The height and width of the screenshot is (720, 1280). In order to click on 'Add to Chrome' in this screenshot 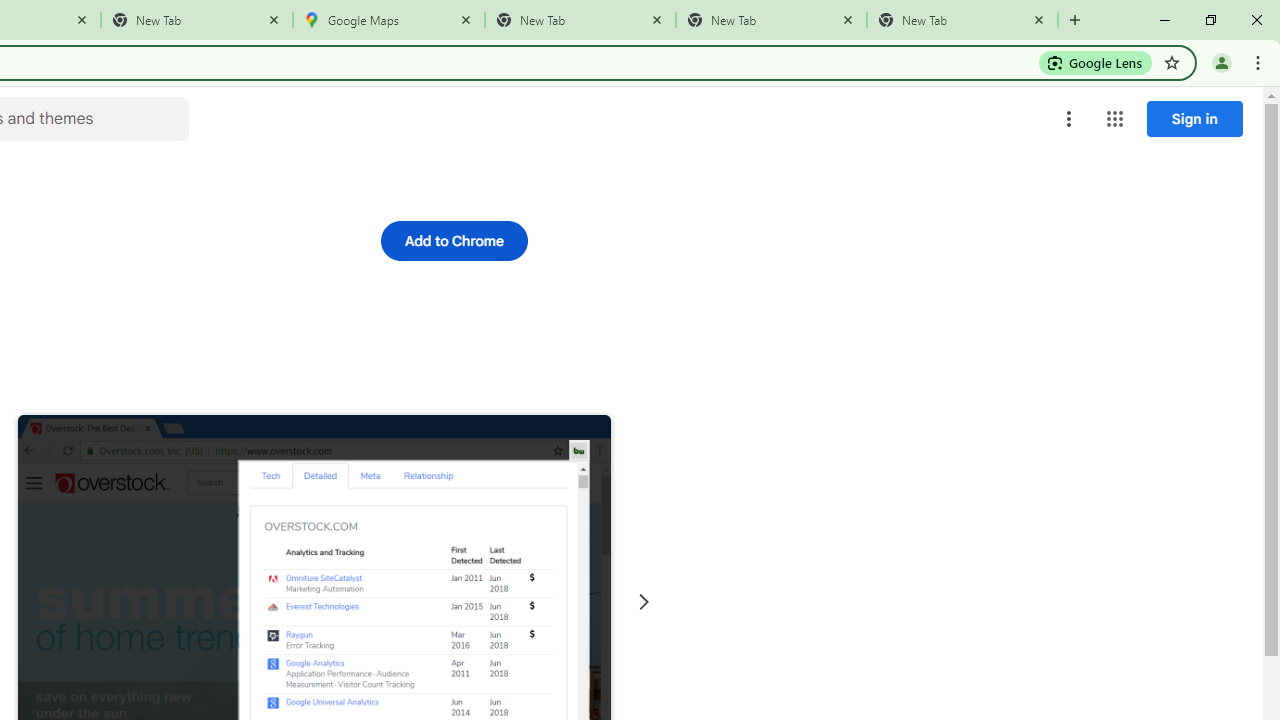, I will do `click(452, 239)`.